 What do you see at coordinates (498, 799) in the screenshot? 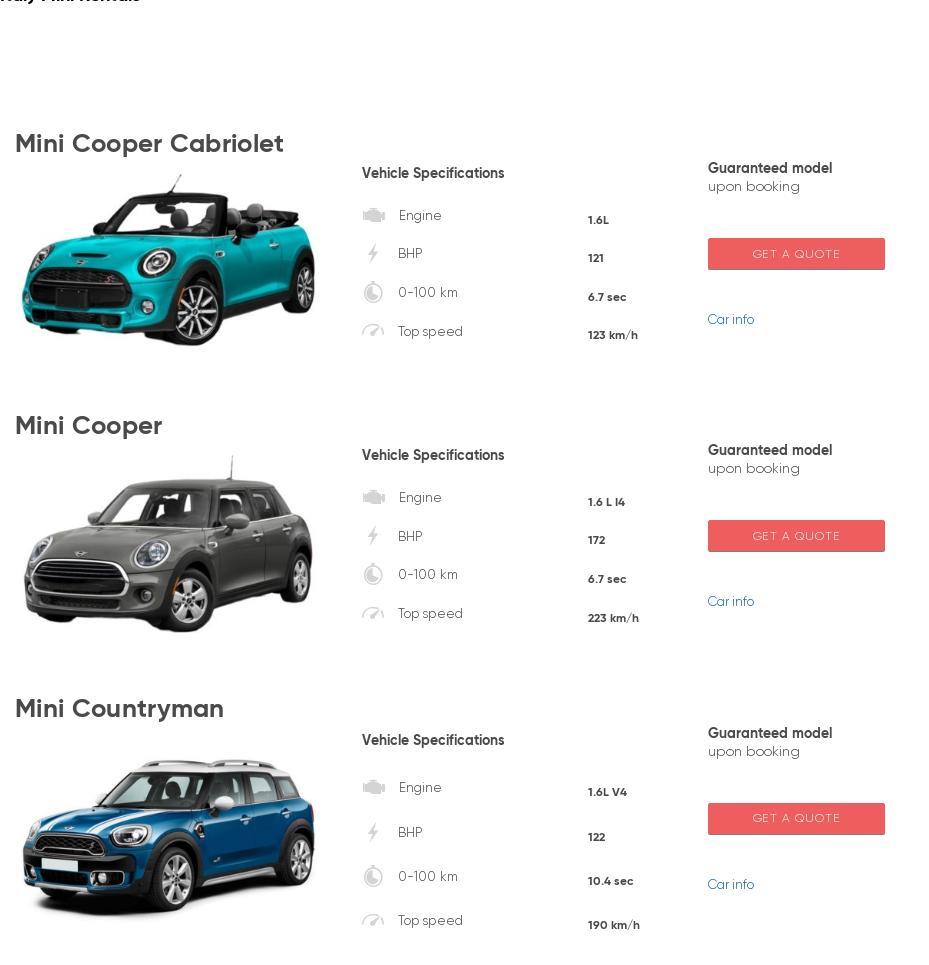
I see `'EXCELLENCE'` at bounding box center [498, 799].